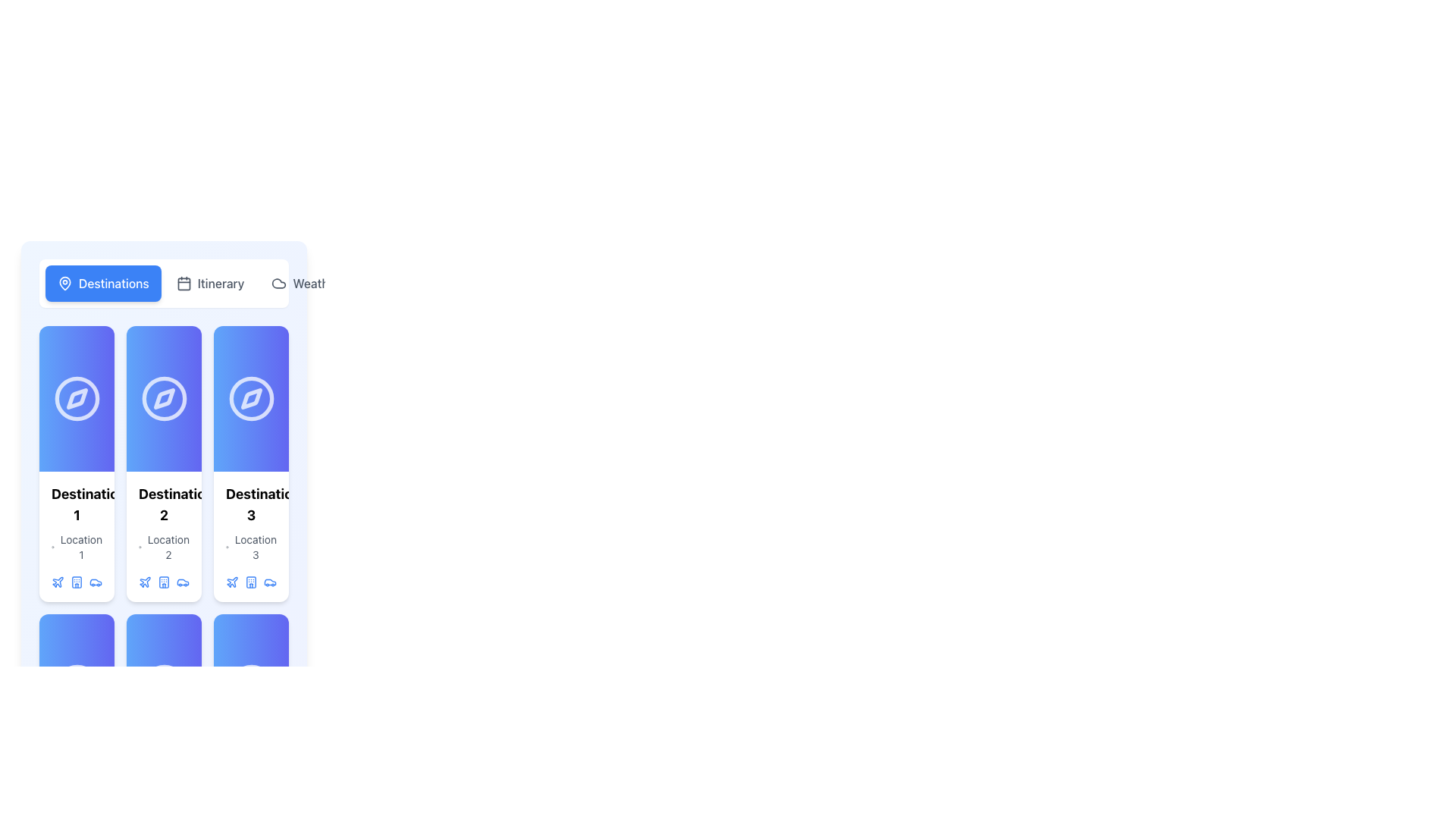 The height and width of the screenshot is (819, 1456). What do you see at coordinates (251, 397) in the screenshot?
I see `the compass icon with a circular shape and a diamond-like pointer, located in the center of the third card under the 'Destinations' tab` at bounding box center [251, 397].